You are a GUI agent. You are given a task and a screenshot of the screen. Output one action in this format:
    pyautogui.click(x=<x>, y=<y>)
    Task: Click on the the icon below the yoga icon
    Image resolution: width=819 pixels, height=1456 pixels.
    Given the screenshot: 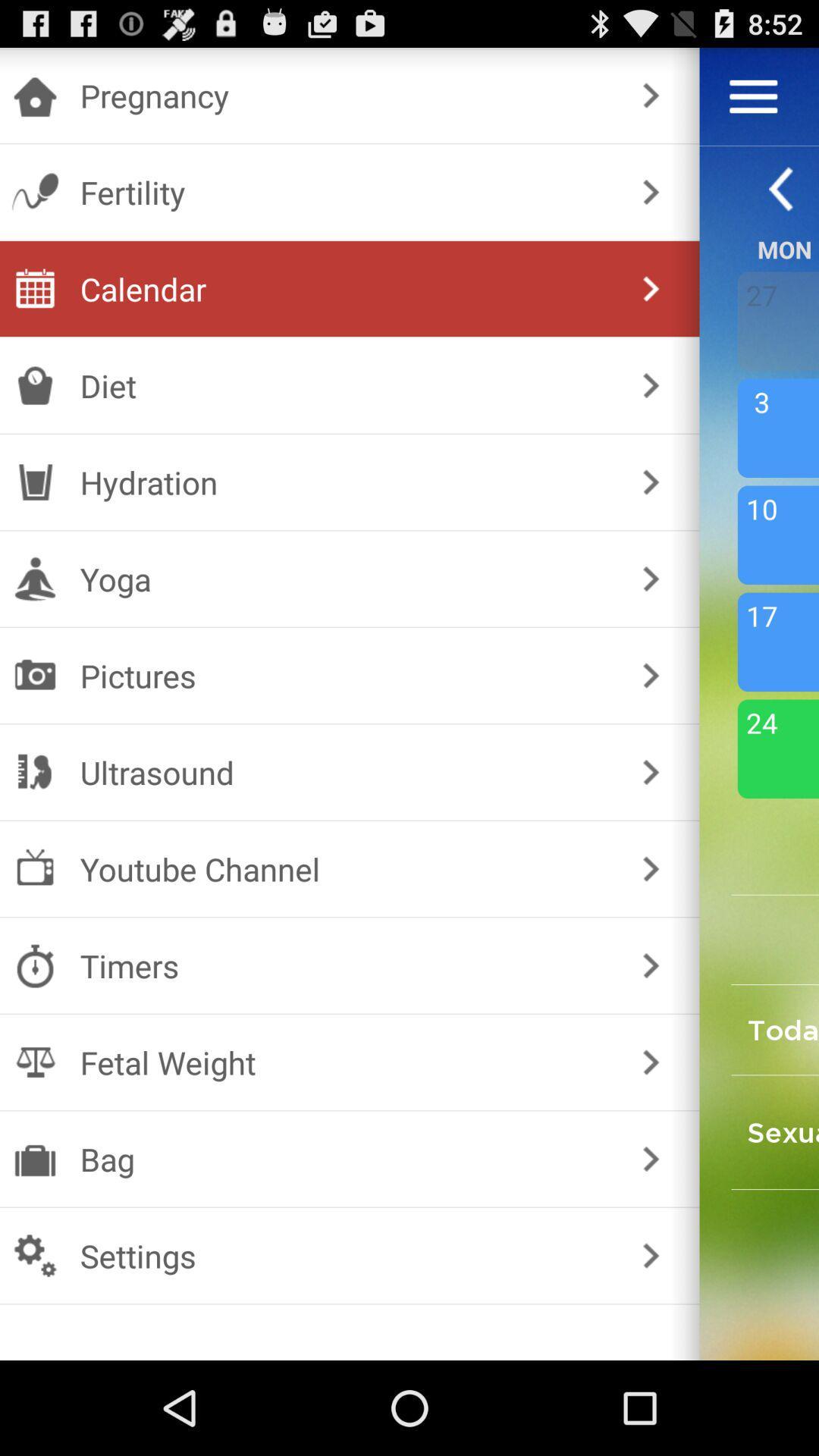 What is the action you would take?
    pyautogui.click(x=347, y=675)
    